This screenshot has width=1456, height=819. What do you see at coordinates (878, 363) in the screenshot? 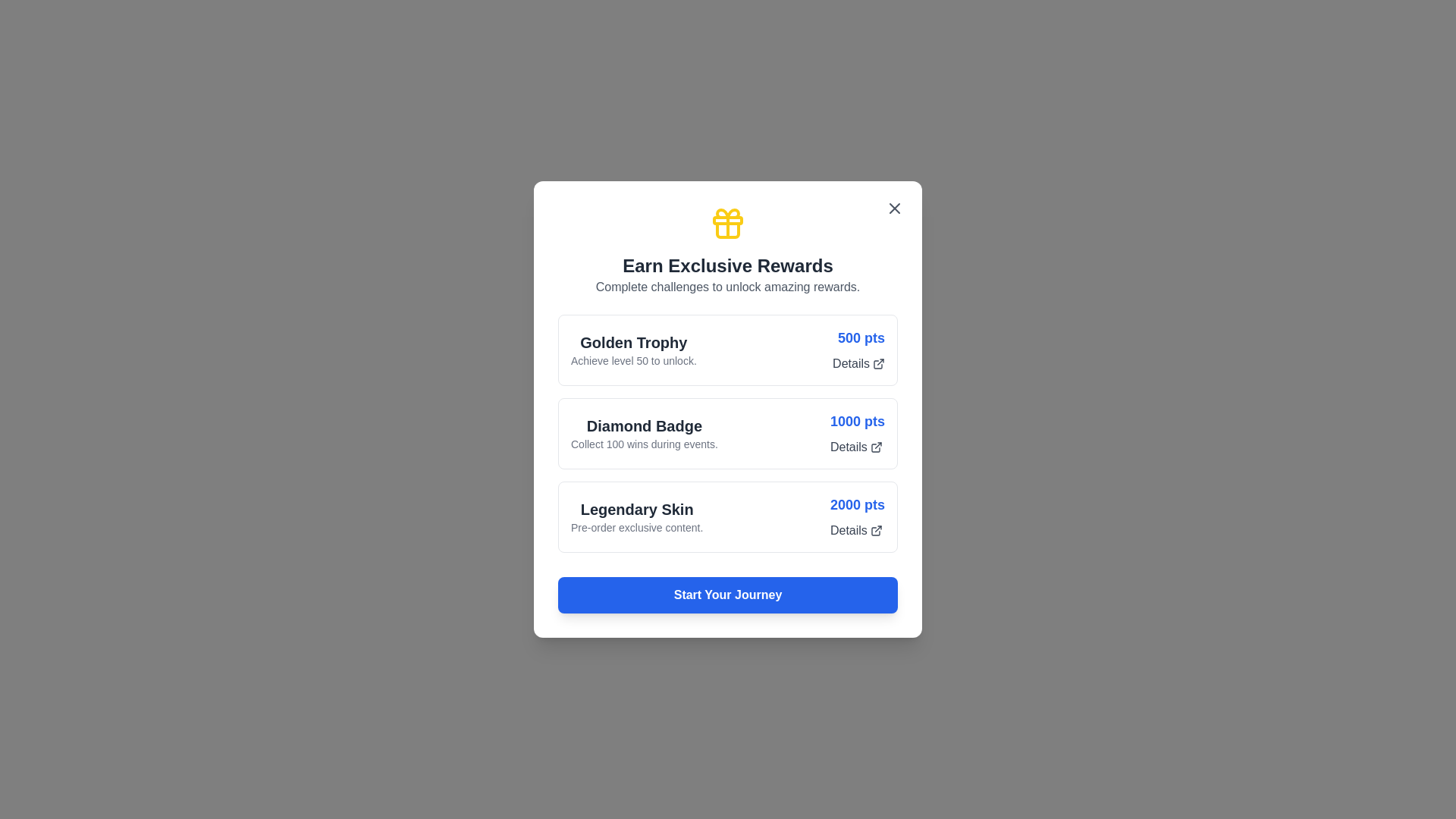
I see `the icon located to the right of the 'Details' text in the first reward item row` at bounding box center [878, 363].